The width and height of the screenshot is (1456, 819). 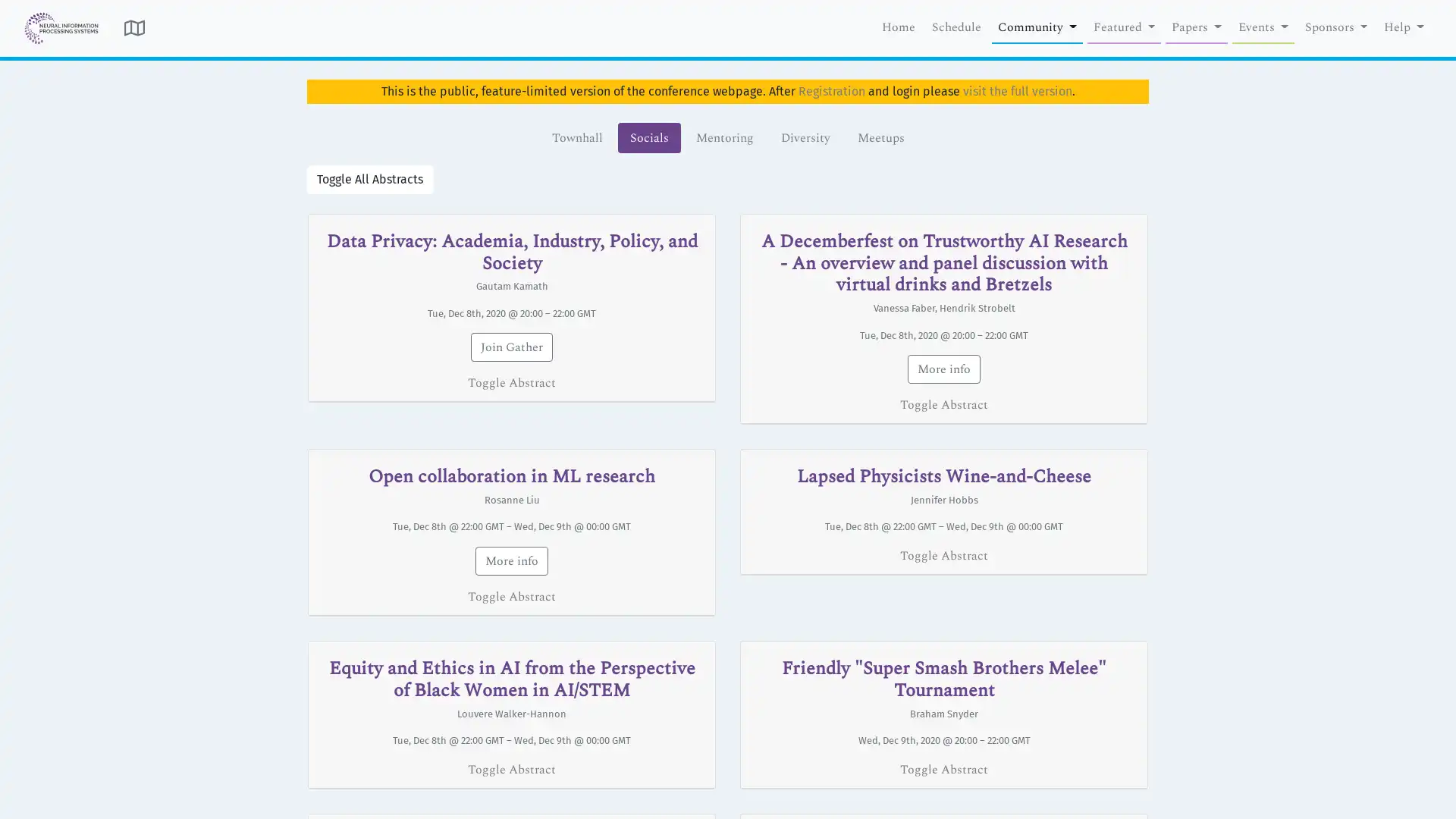 What do you see at coordinates (943, 403) in the screenshot?
I see `Toggle Abstract` at bounding box center [943, 403].